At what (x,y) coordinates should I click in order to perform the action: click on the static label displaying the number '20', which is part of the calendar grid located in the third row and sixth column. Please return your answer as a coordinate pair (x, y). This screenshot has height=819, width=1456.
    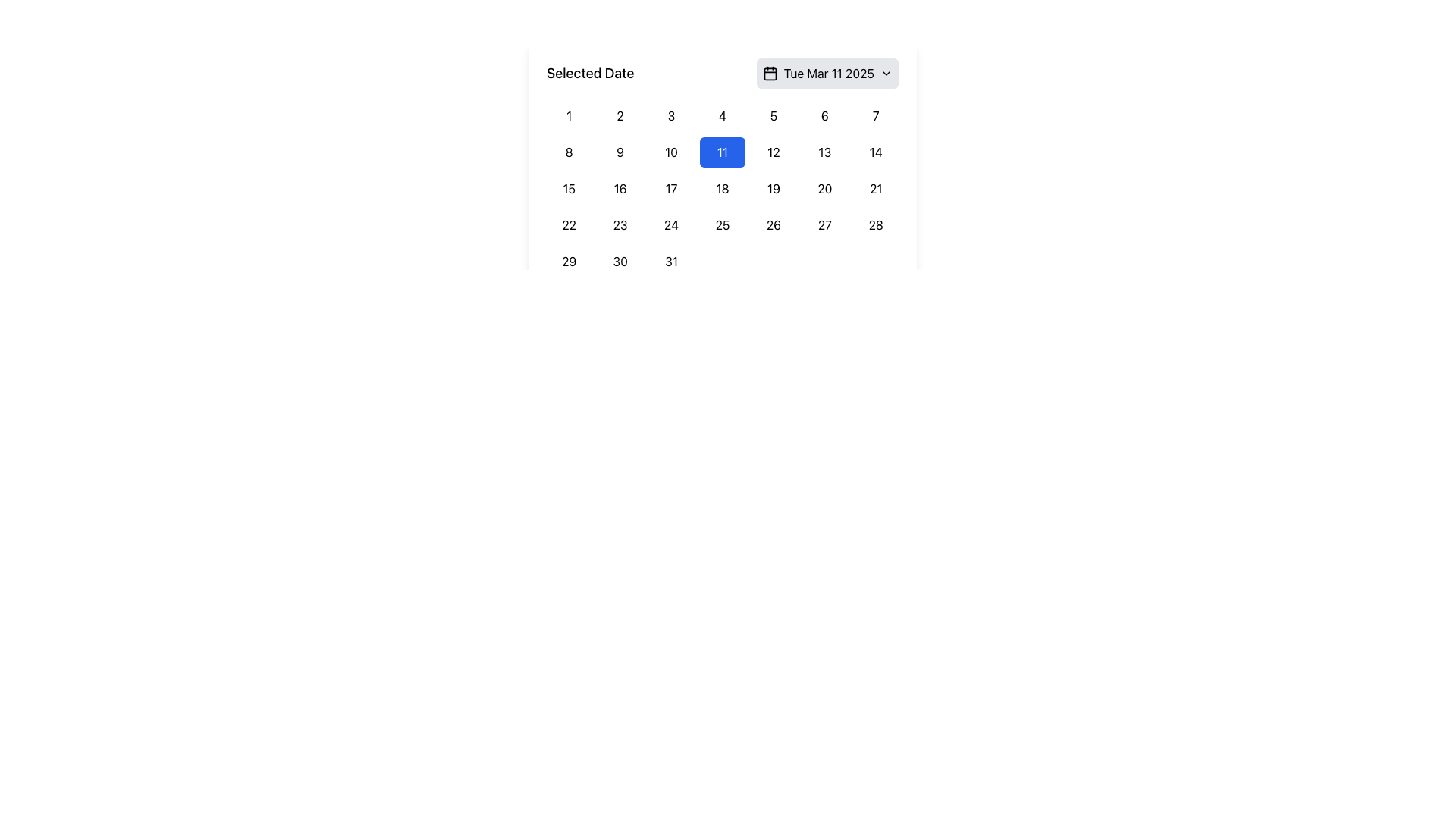
    Looking at the image, I should click on (824, 188).